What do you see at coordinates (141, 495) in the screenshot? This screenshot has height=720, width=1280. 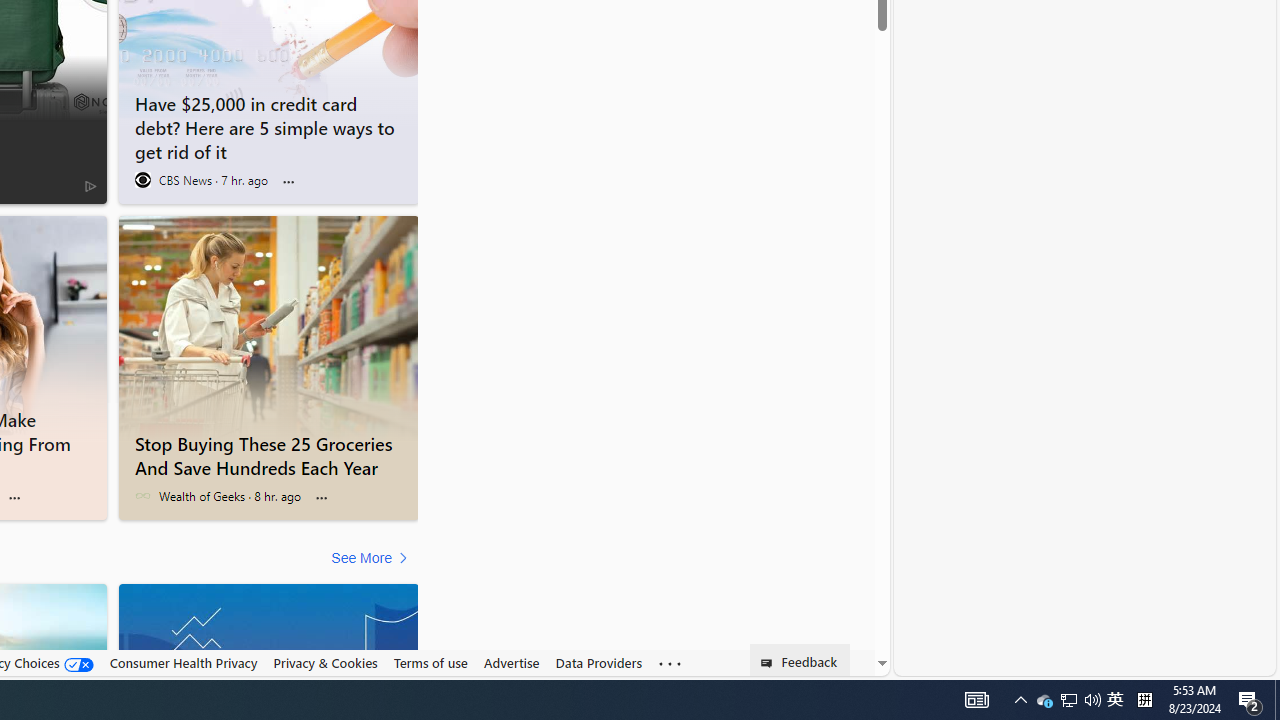 I see `'Wealth of Geeks'` at bounding box center [141, 495].